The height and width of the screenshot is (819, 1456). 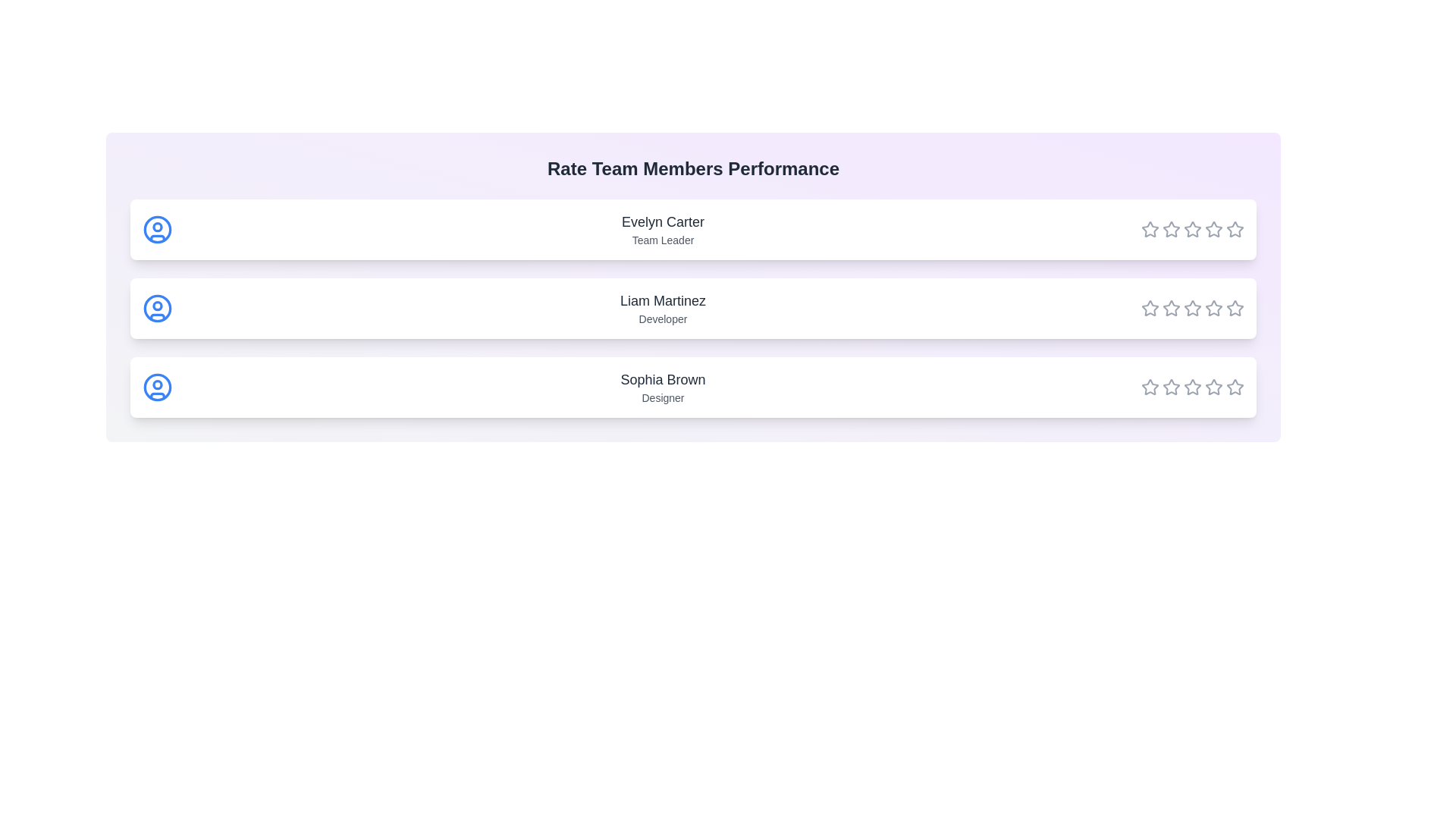 I want to click on the name of the team member Liam Martinez to select or highlight it, so click(x=663, y=301).